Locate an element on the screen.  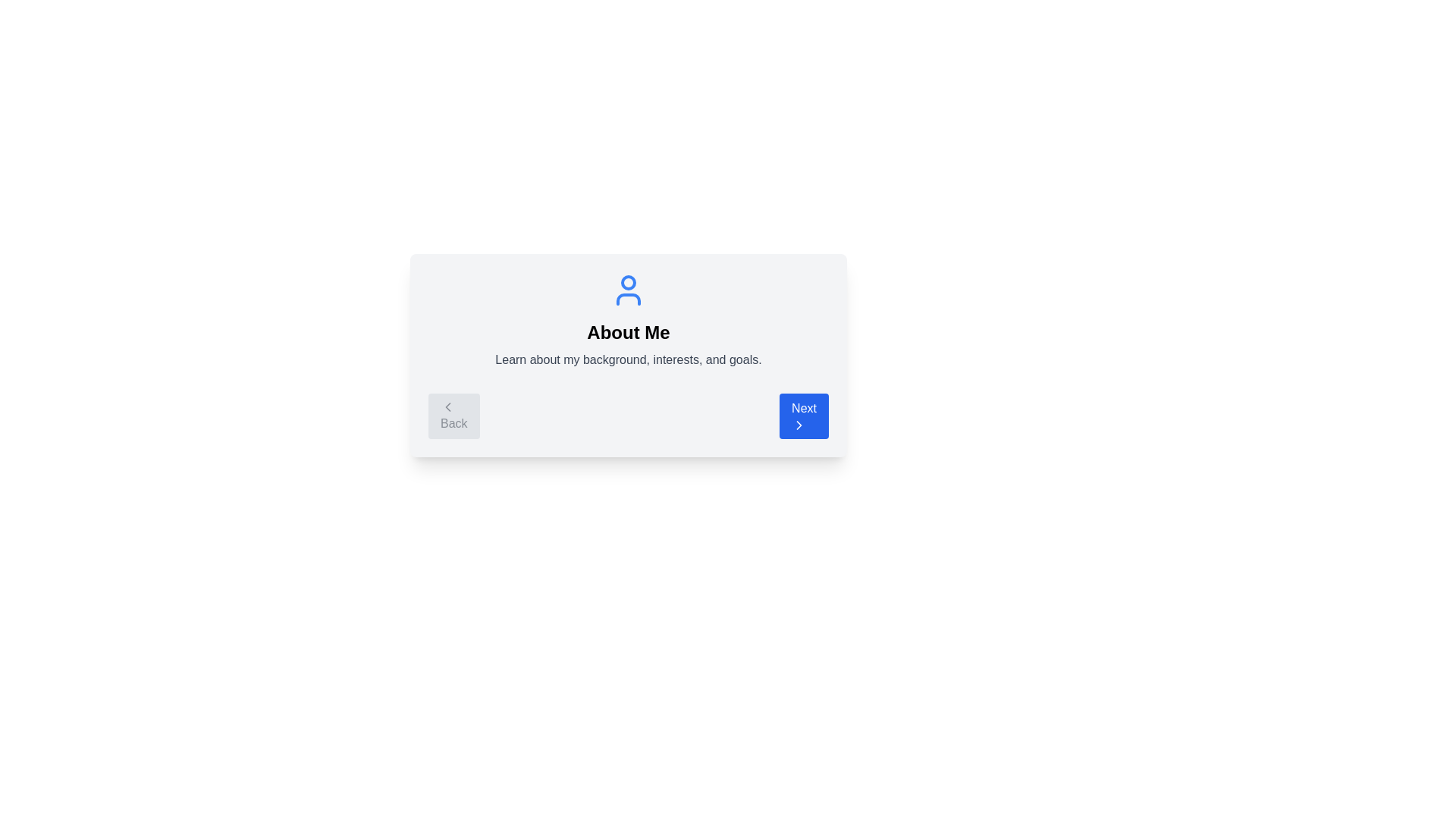
the 'Next' button located at the far right of the navigation bar to activate the hover effect, which lightens the button's blue background is located at coordinates (803, 416).